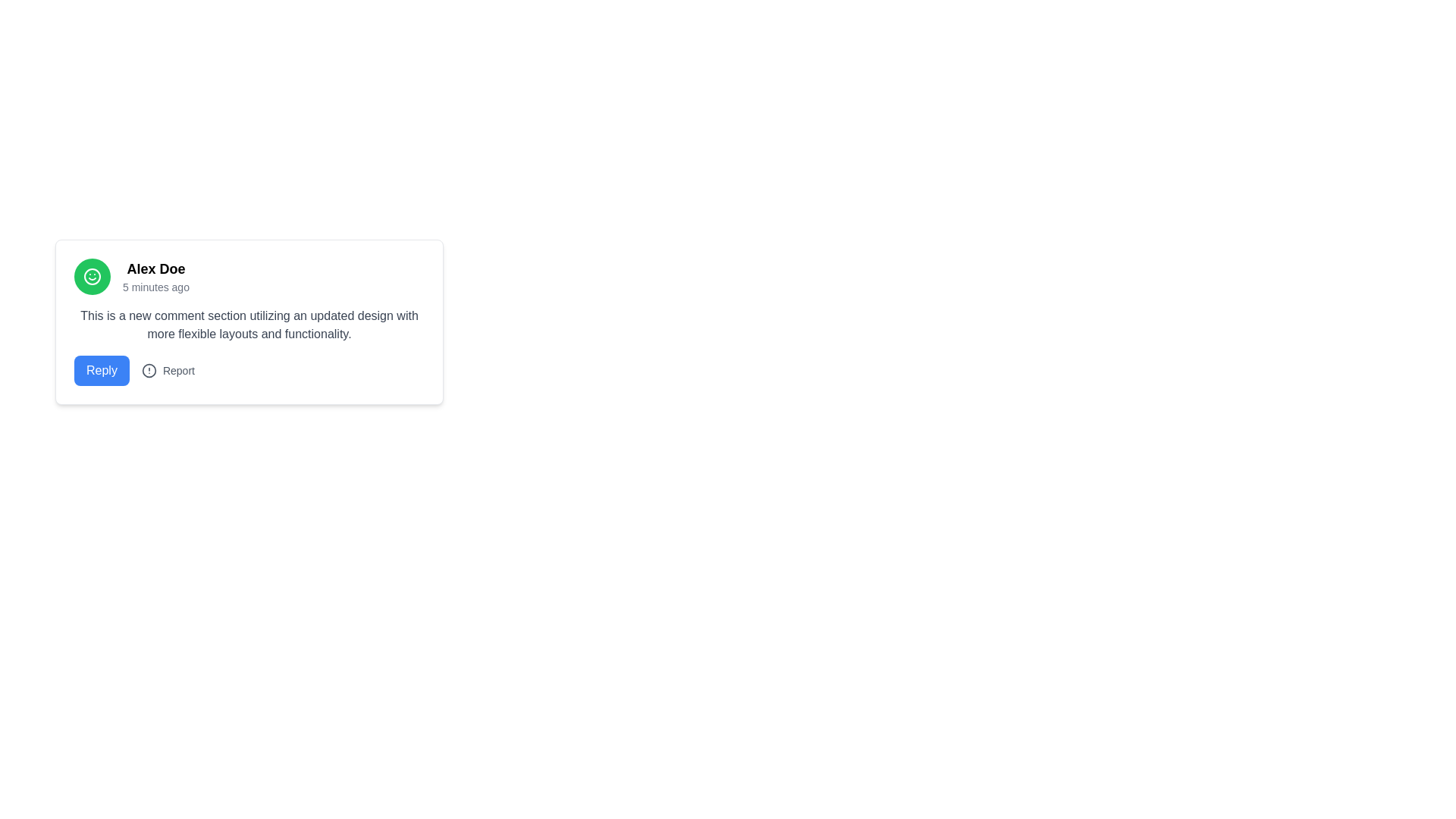 This screenshot has width=1456, height=819. I want to click on text displayed in the comment block located below the user's name 'Alex Doe' and timestamp '5 minutes ago', and above the action buttons 'Reply' and 'Report', so click(249, 324).